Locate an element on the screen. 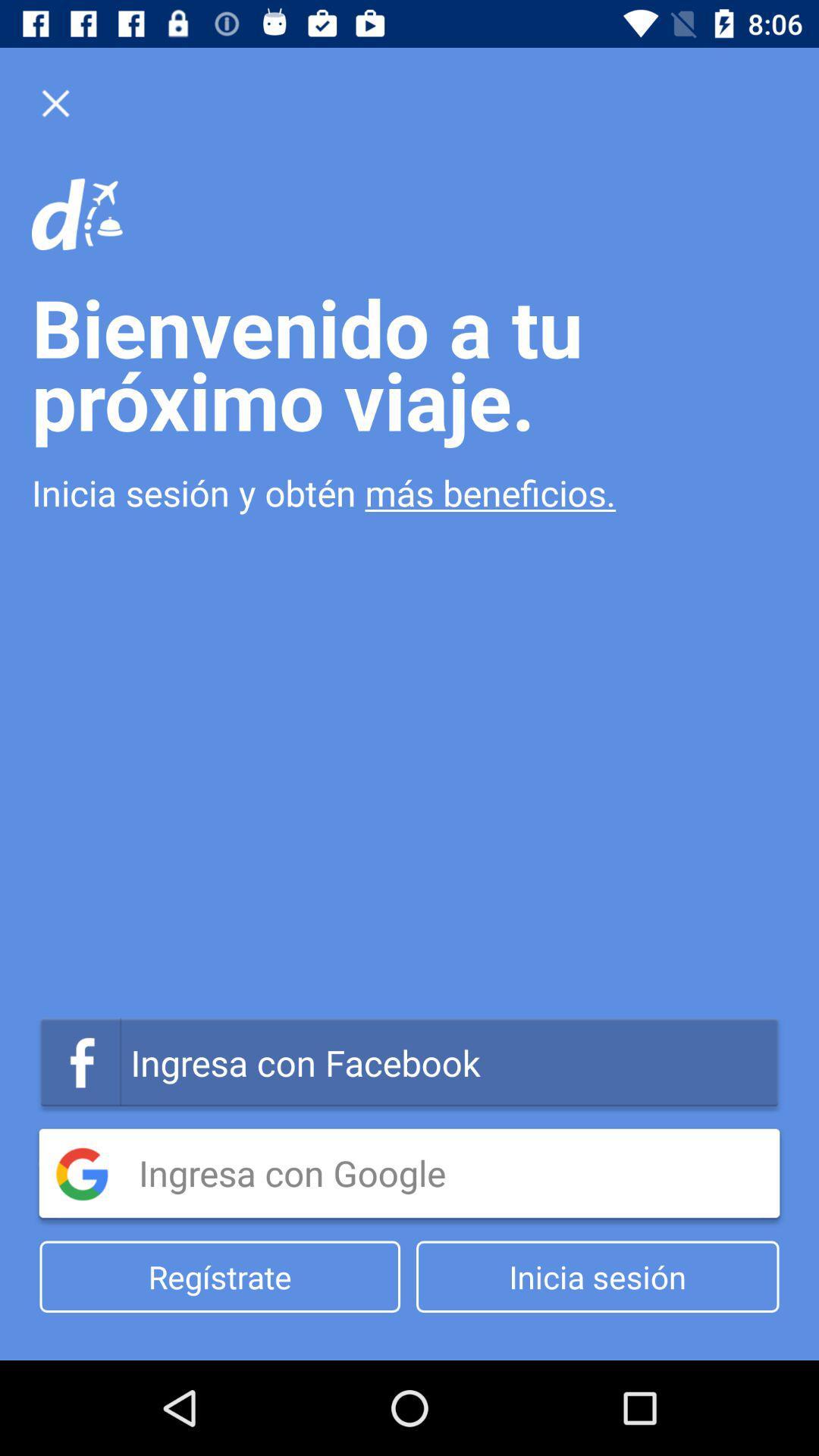  the item above ingresa con facebook is located at coordinates (409, 492).